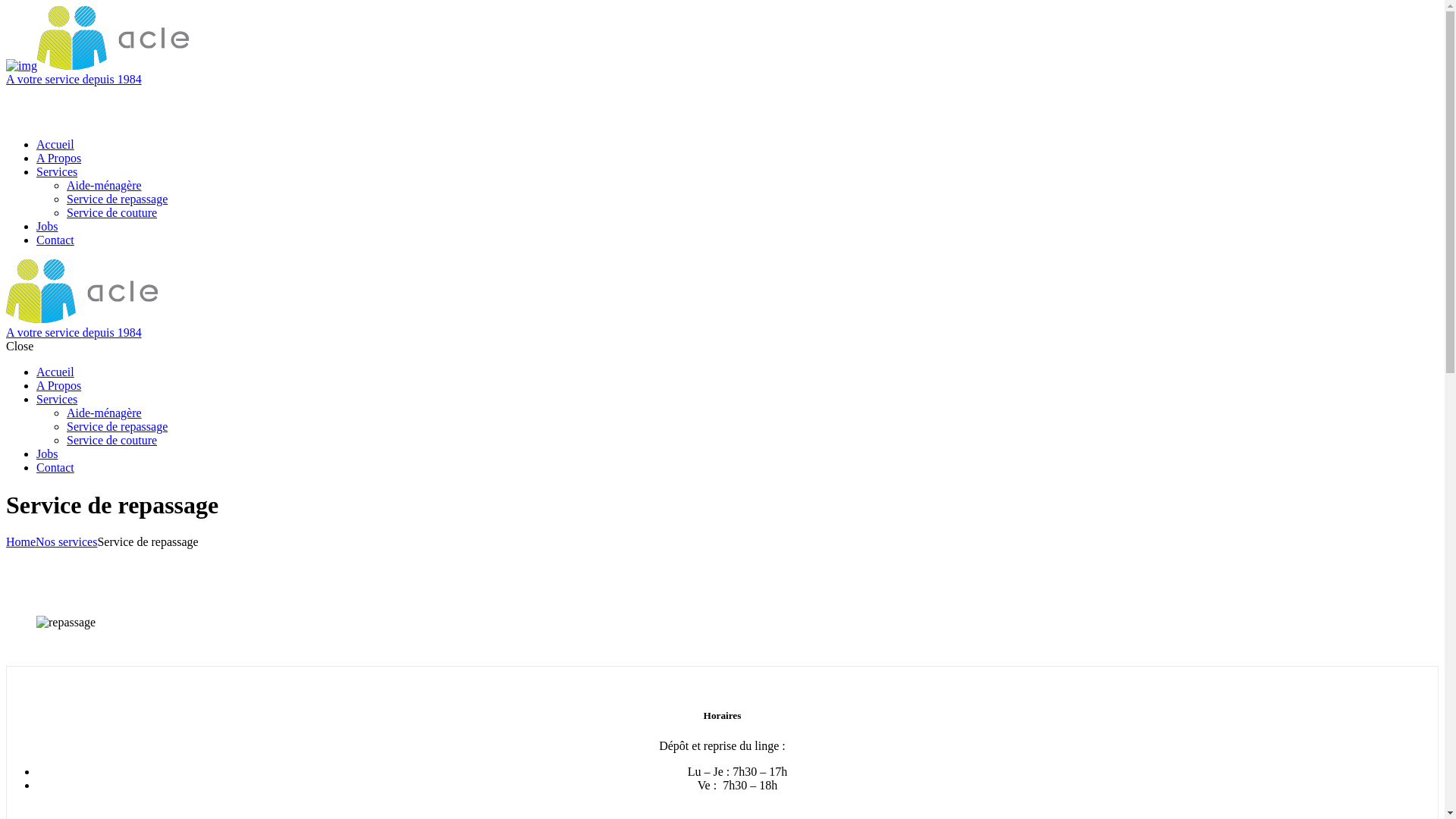  I want to click on 'Contact', so click(55, 239).